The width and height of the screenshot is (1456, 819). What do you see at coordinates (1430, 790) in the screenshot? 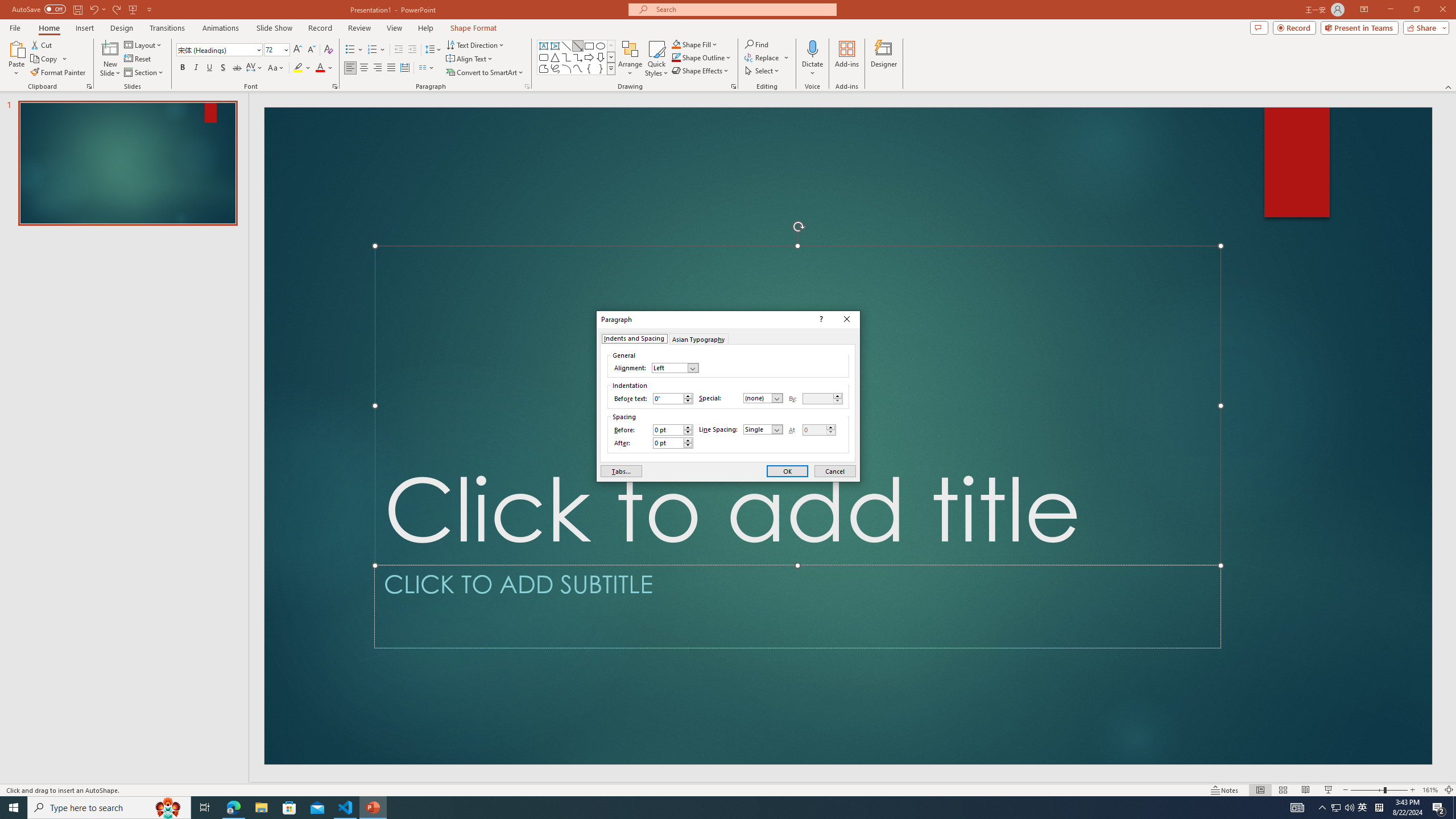
I see `'Zoom 161%'` at bounding box center [1430, 790].